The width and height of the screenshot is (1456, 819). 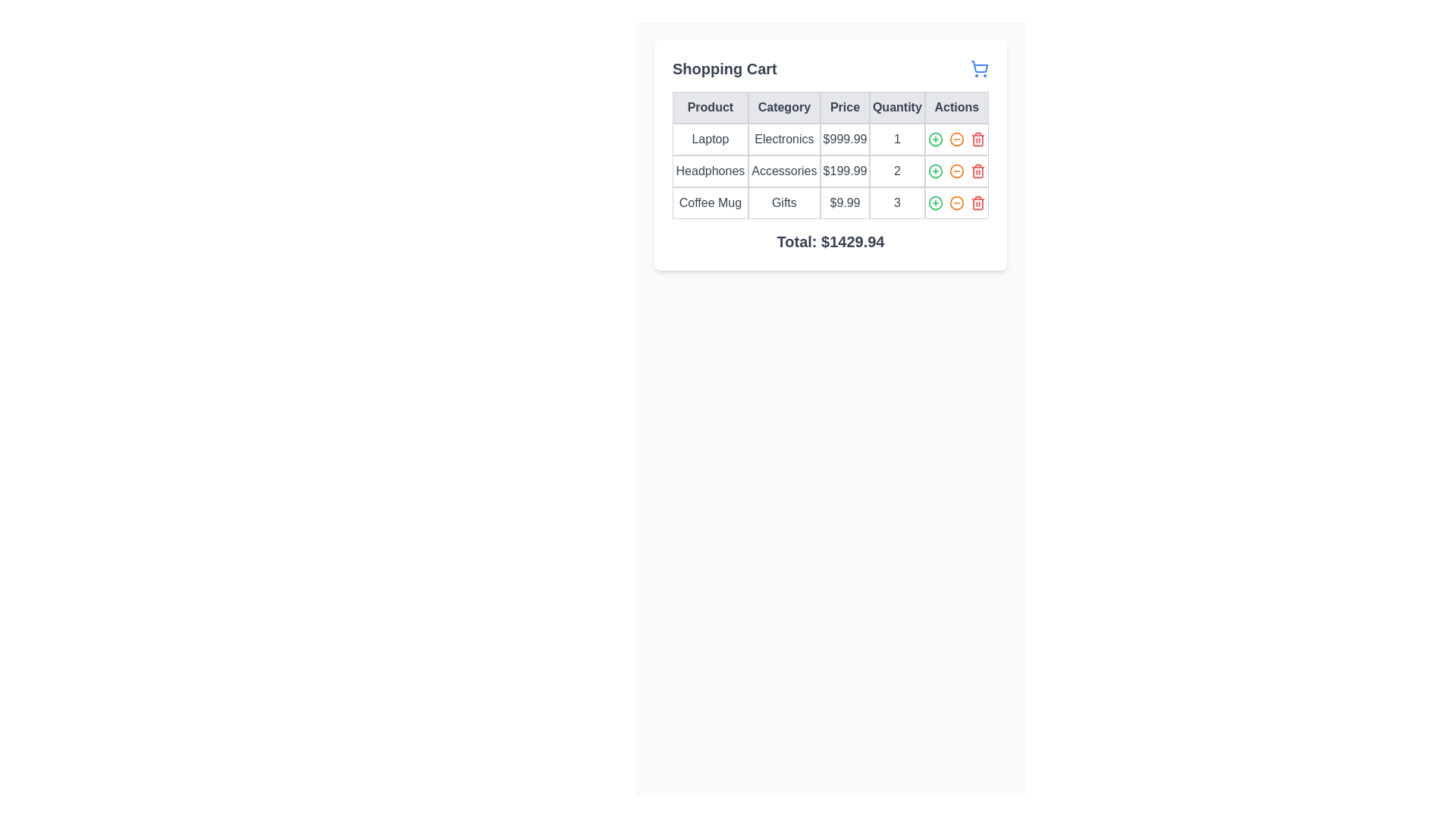 What do you see at coordinates (977, 171) in the screenshot?
I see `the delete icon button located in the 'Actions' column of the second row` at bounding box center [977, 171].